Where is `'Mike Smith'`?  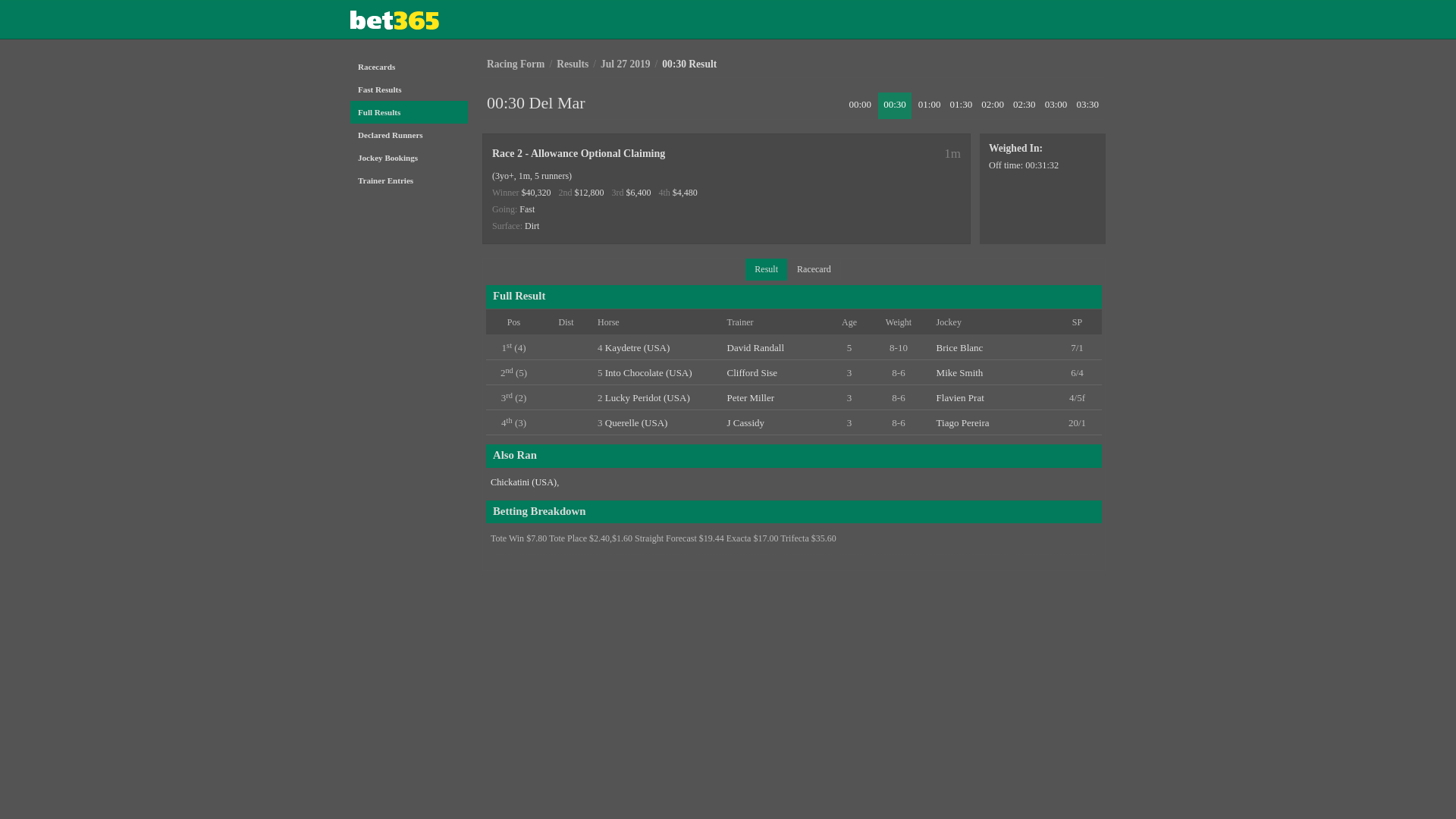 'Mike Smith' is located at coordinates (959, 372).